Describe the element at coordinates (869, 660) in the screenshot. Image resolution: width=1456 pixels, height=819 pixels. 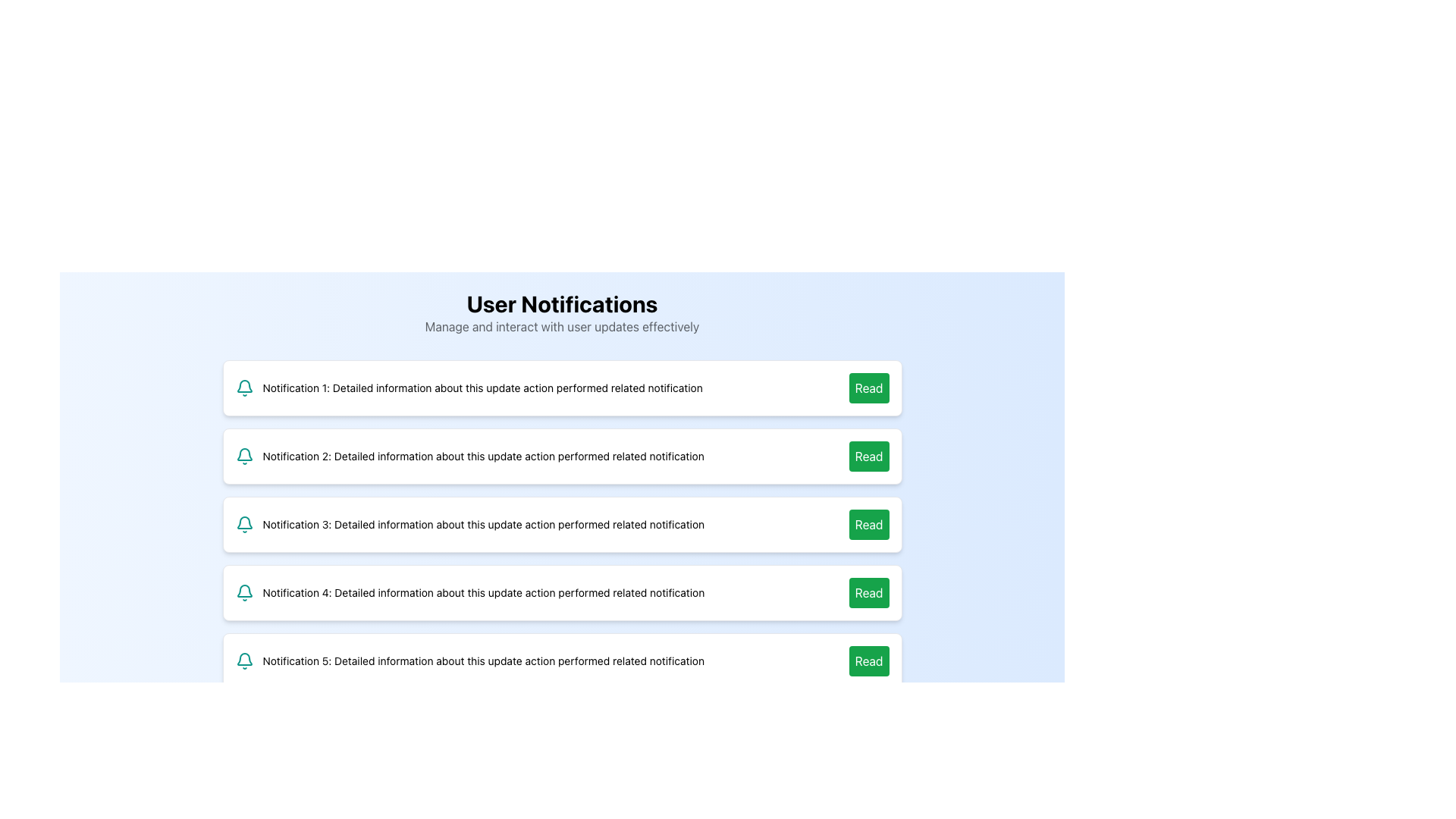
I see `the 'Read' button with a green background, located in the last notification block labeled 'Notification 5: Detailed information about this update action performed related notification'` at that location.